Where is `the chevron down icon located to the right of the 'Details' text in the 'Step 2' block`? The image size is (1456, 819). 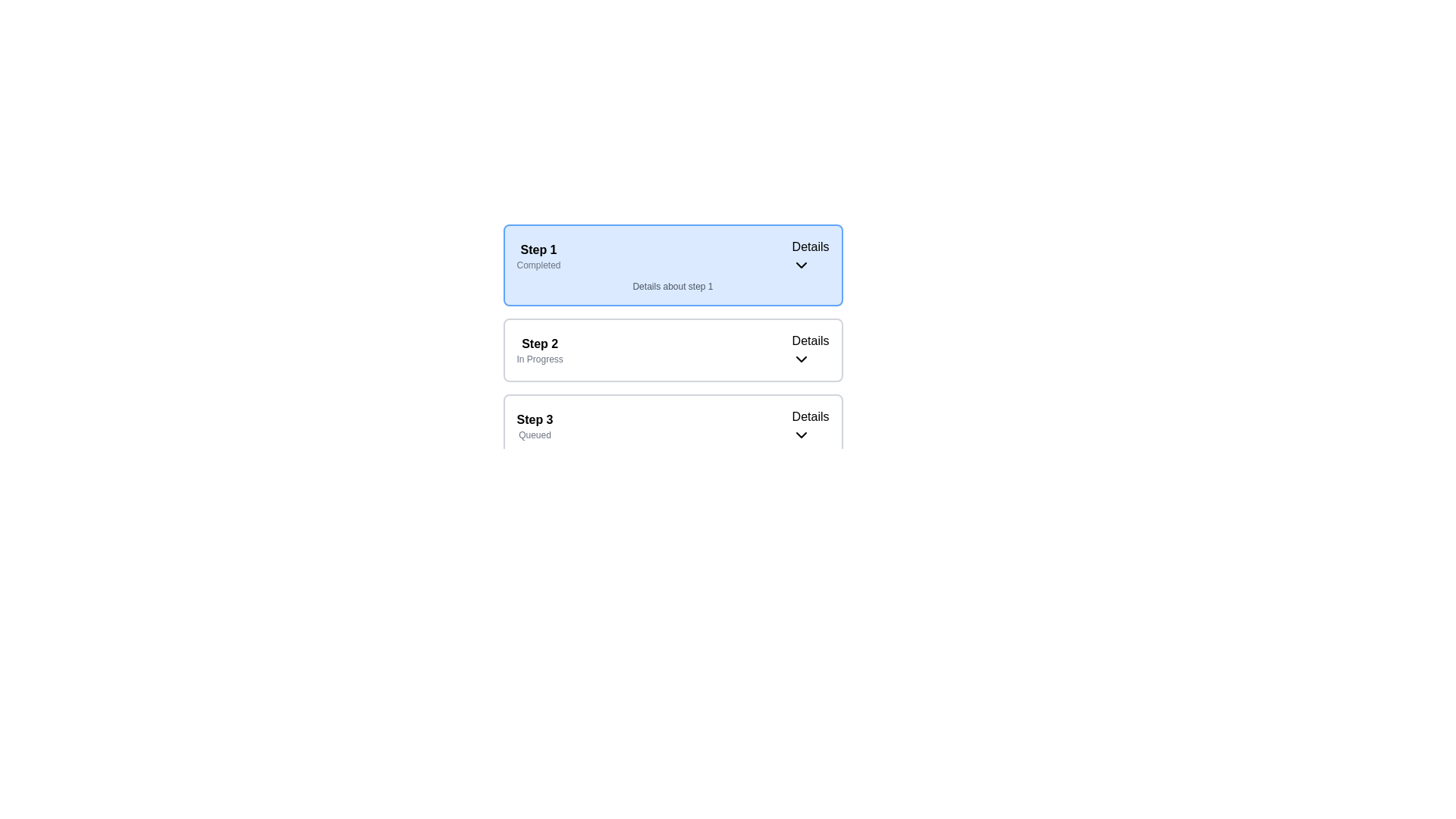 the chevron down icon located to the right of the 'Details' text in the 'Step 2' block is located at coordinates (800, 359).